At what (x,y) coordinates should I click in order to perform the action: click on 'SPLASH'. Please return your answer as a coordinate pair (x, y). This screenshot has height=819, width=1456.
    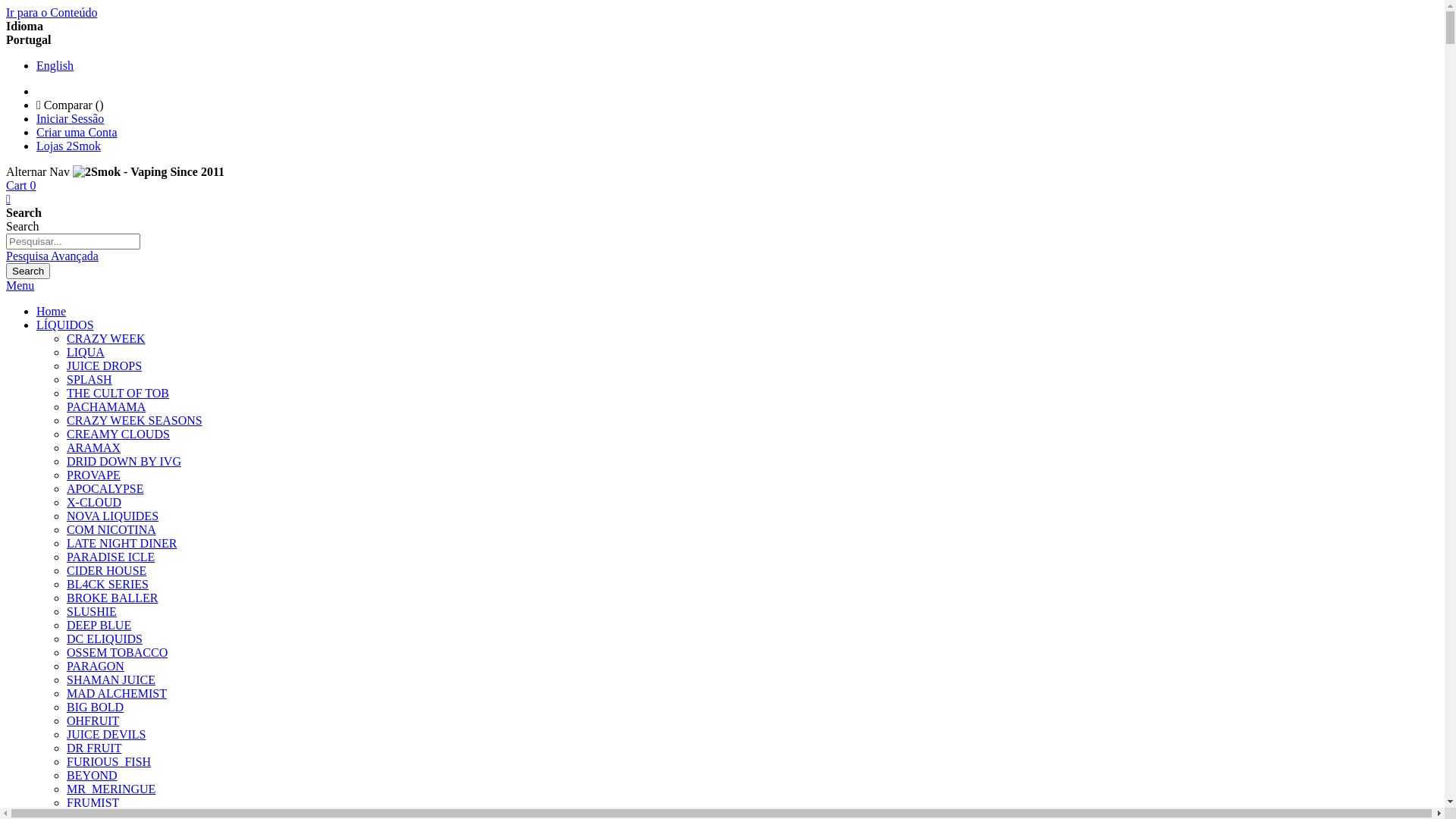
    Looking at the image, I should click on (65, 378).